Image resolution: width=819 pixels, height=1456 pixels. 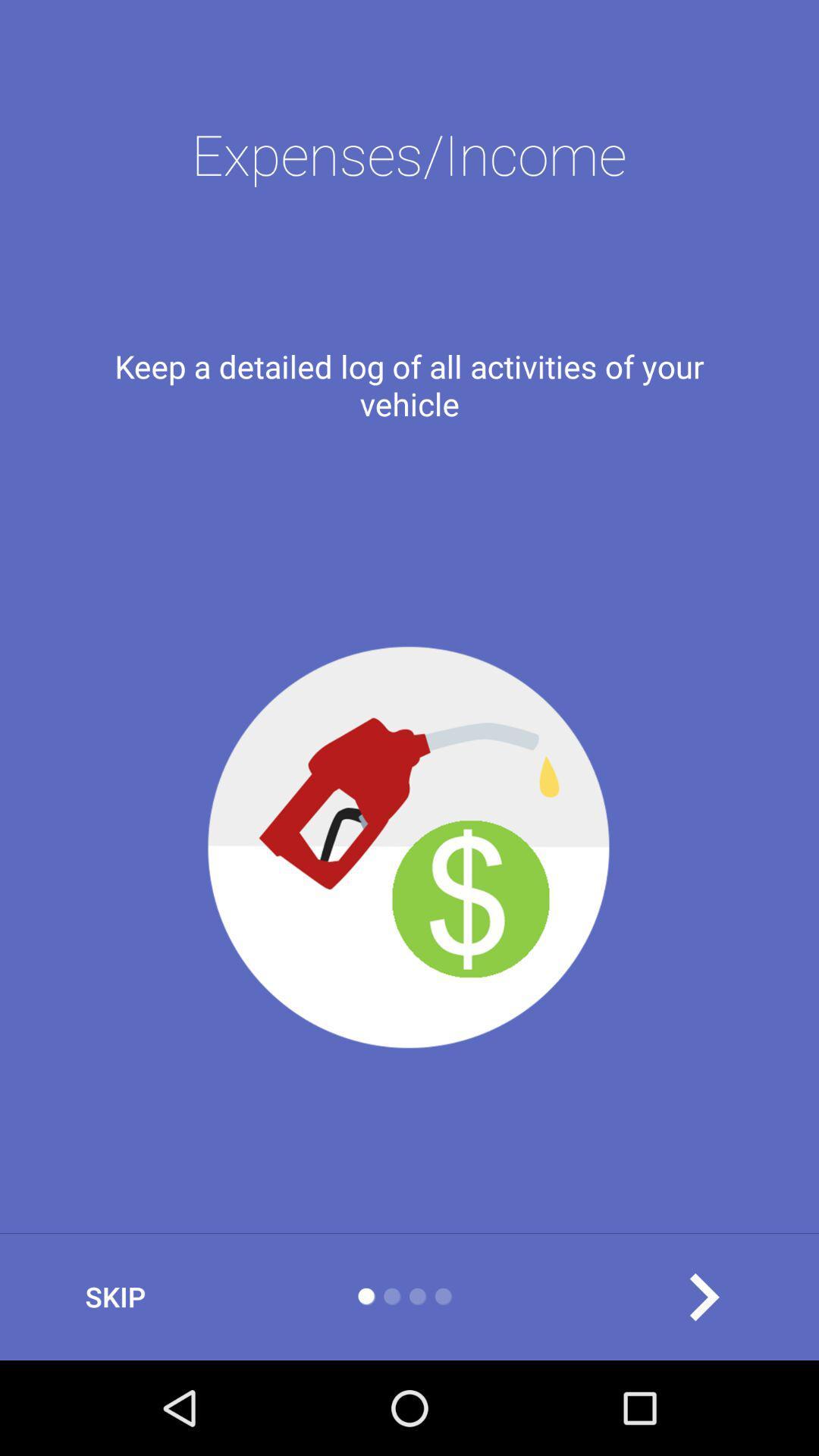 I want to click on the item at the bottom left corner, so click(x=115, y=1296).